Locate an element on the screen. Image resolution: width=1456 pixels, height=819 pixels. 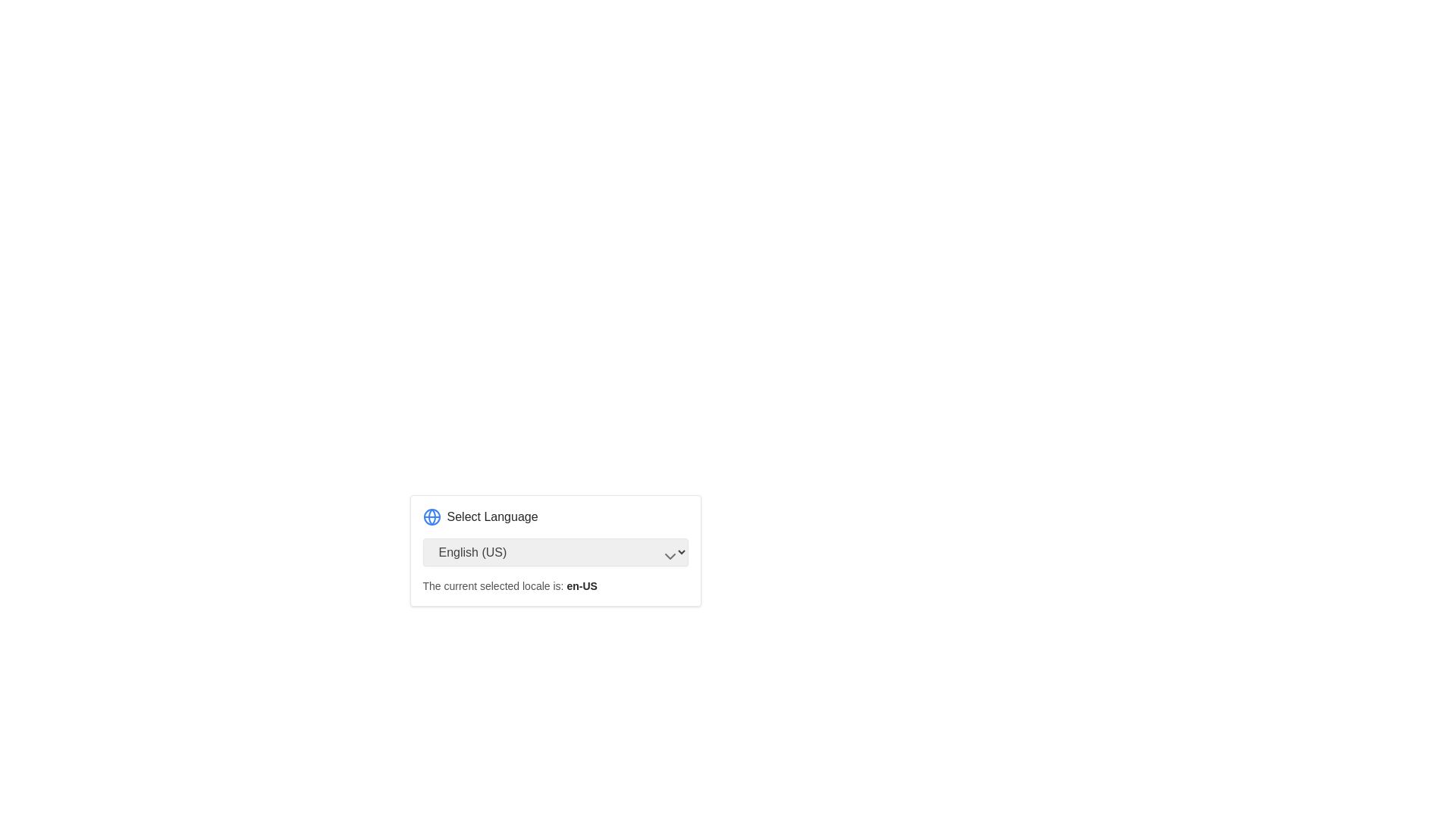
the dropdown menu located within the 'Select Language' form is located at coordinates (554, 552).